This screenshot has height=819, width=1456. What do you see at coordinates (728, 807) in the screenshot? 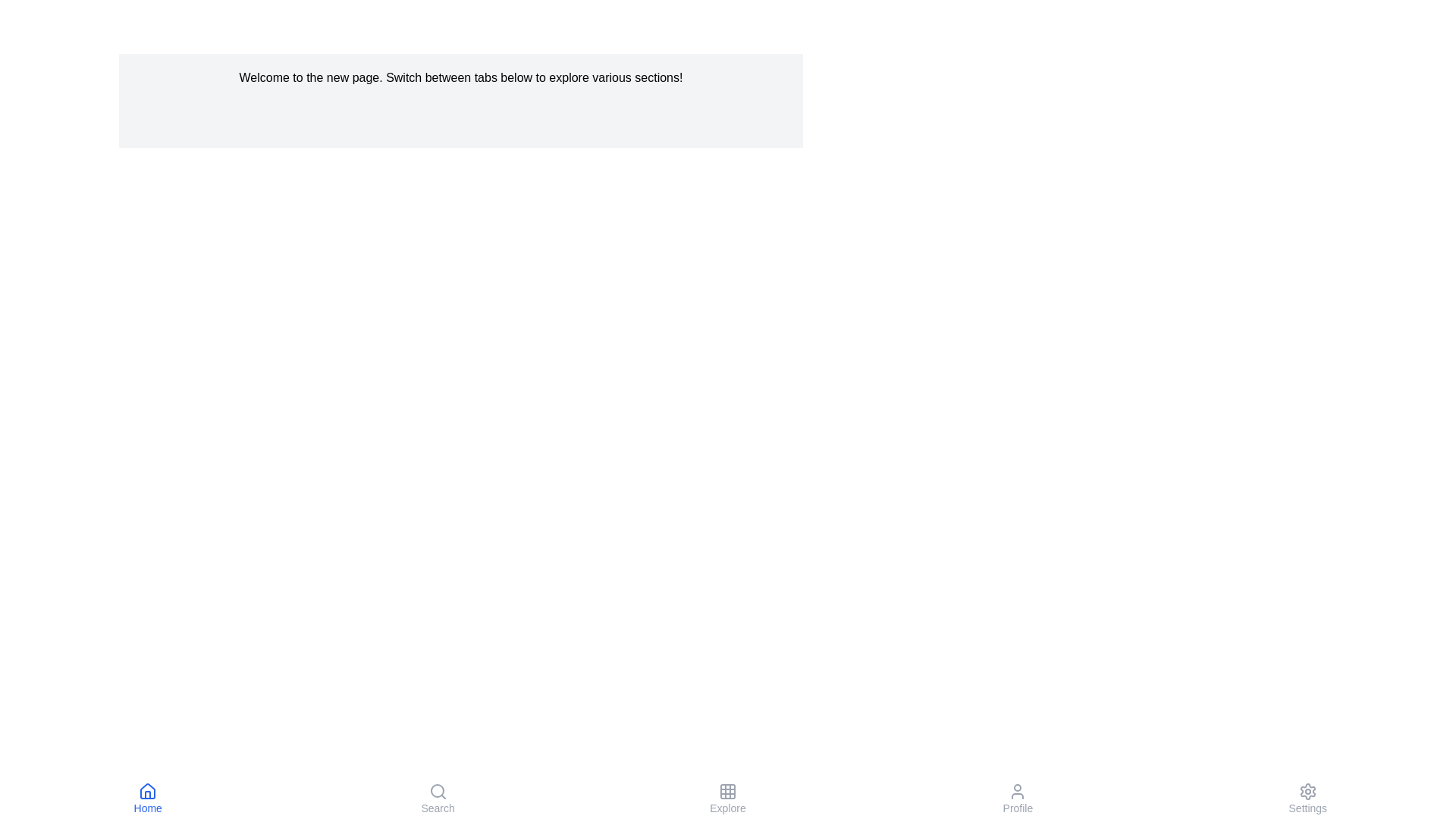
I see `the text label displaying 'Explore', which is styled in gray and positioned below the grid icon in the navigation bar` at bounding box center [728, 807].